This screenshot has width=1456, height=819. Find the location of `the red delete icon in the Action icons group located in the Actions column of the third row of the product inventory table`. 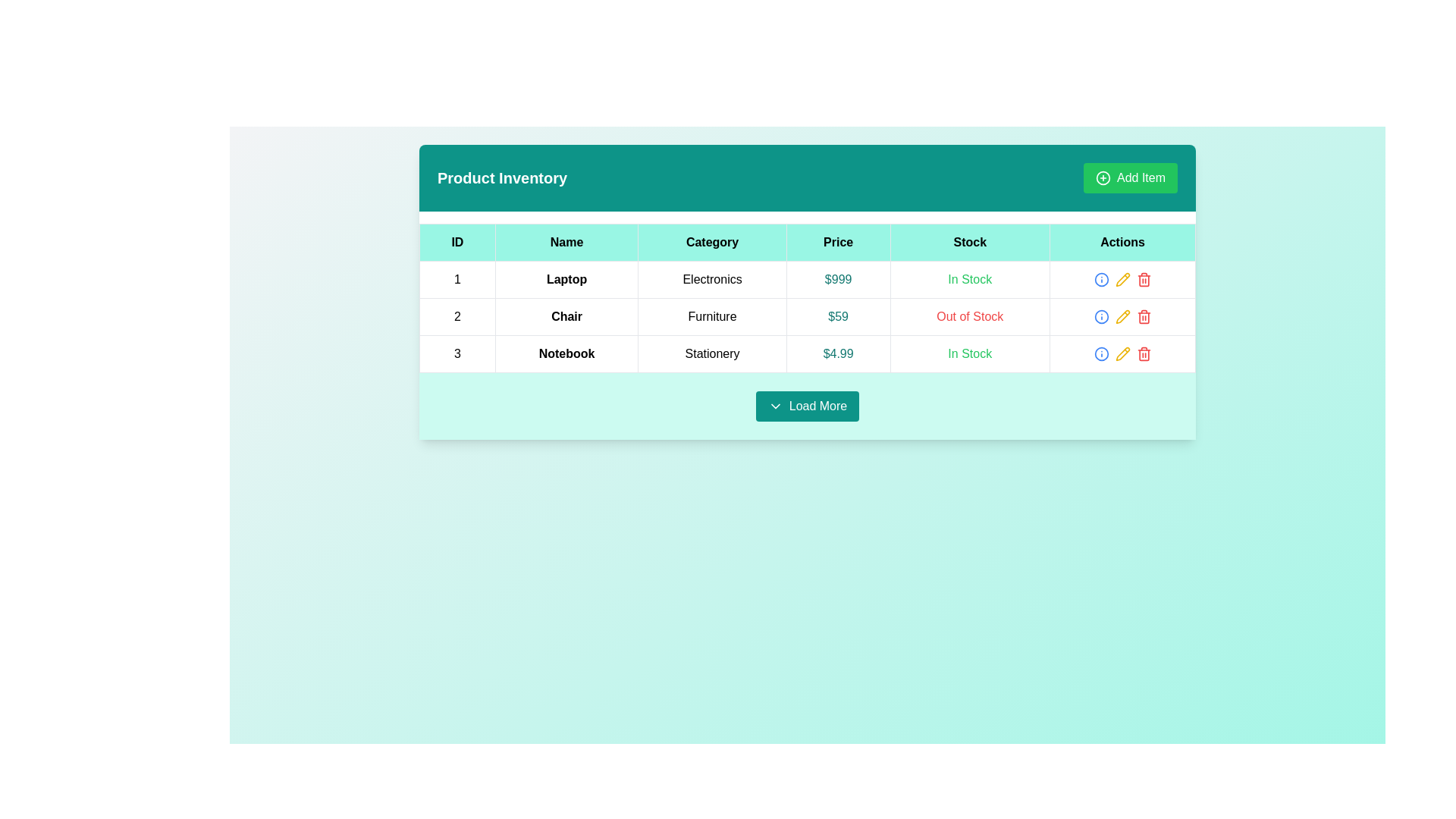

the red delete icon in the Action icons group located in the Actions column of the third row of the product inventory table is located at coordinates (1122, 353).